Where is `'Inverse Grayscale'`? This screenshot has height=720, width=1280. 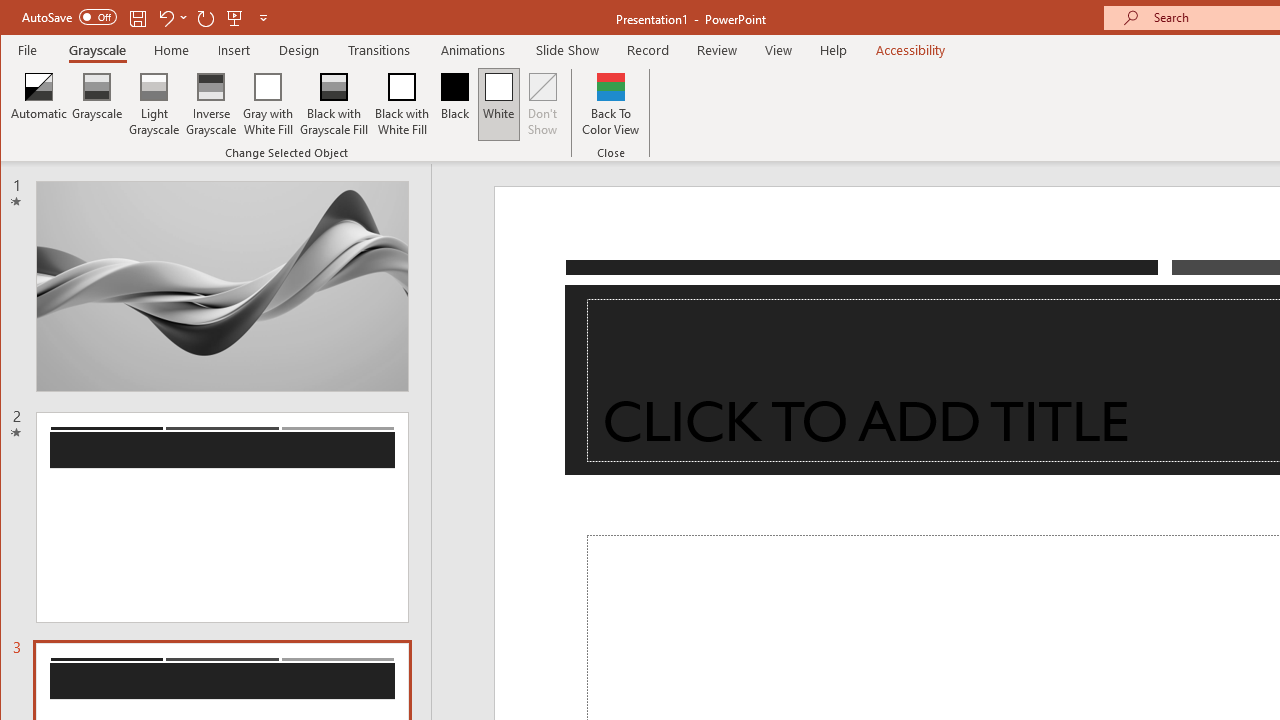
'Inverse Grayscale' is located at coordinates (211, 104).